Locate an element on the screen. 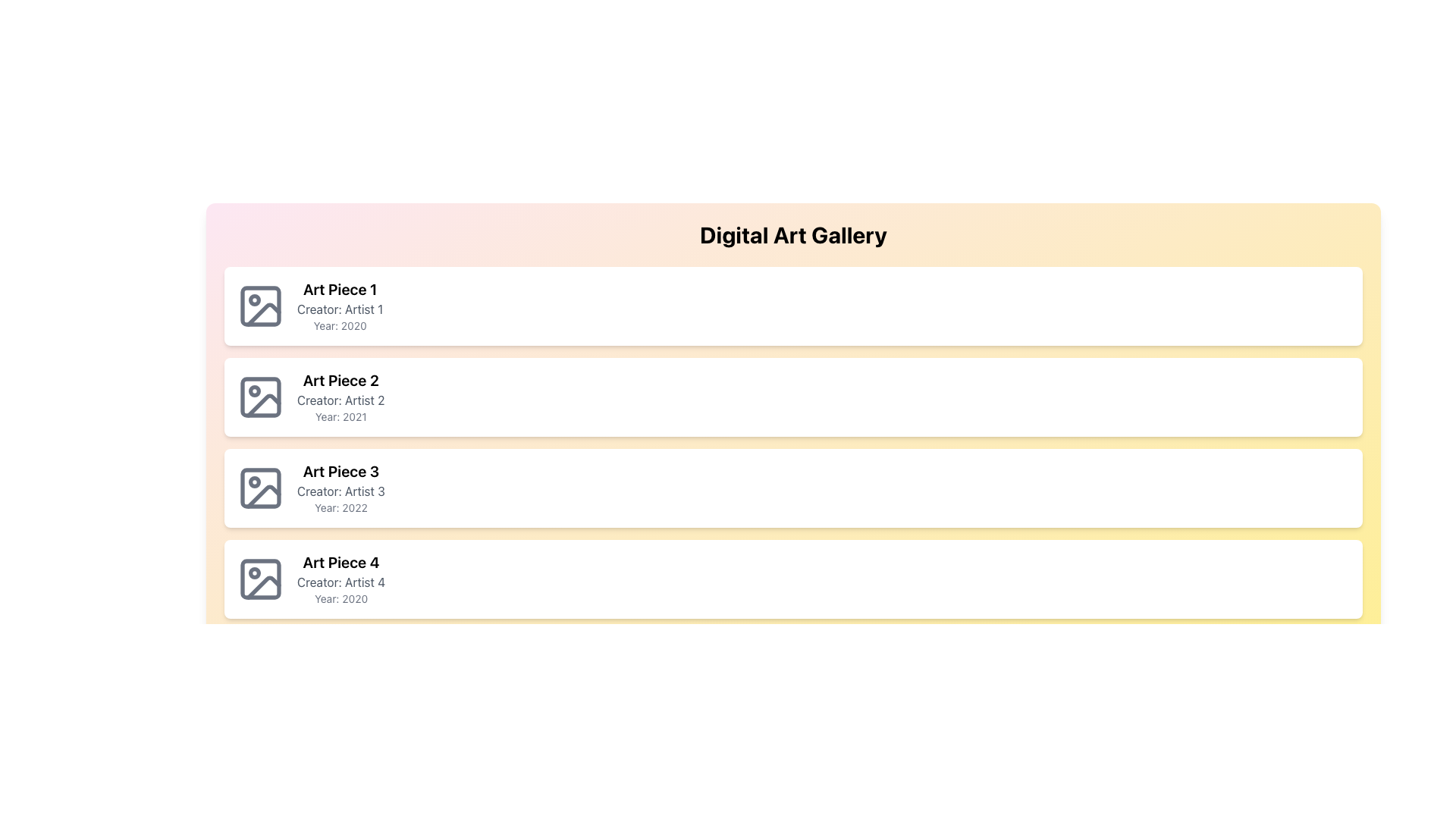  the decorative element within the SVG graphic that is part of the icon representing 'Art Piece 2' in the gallery interface, which features a diagonal line detail within a square frame is located at coordinates (263, 405).